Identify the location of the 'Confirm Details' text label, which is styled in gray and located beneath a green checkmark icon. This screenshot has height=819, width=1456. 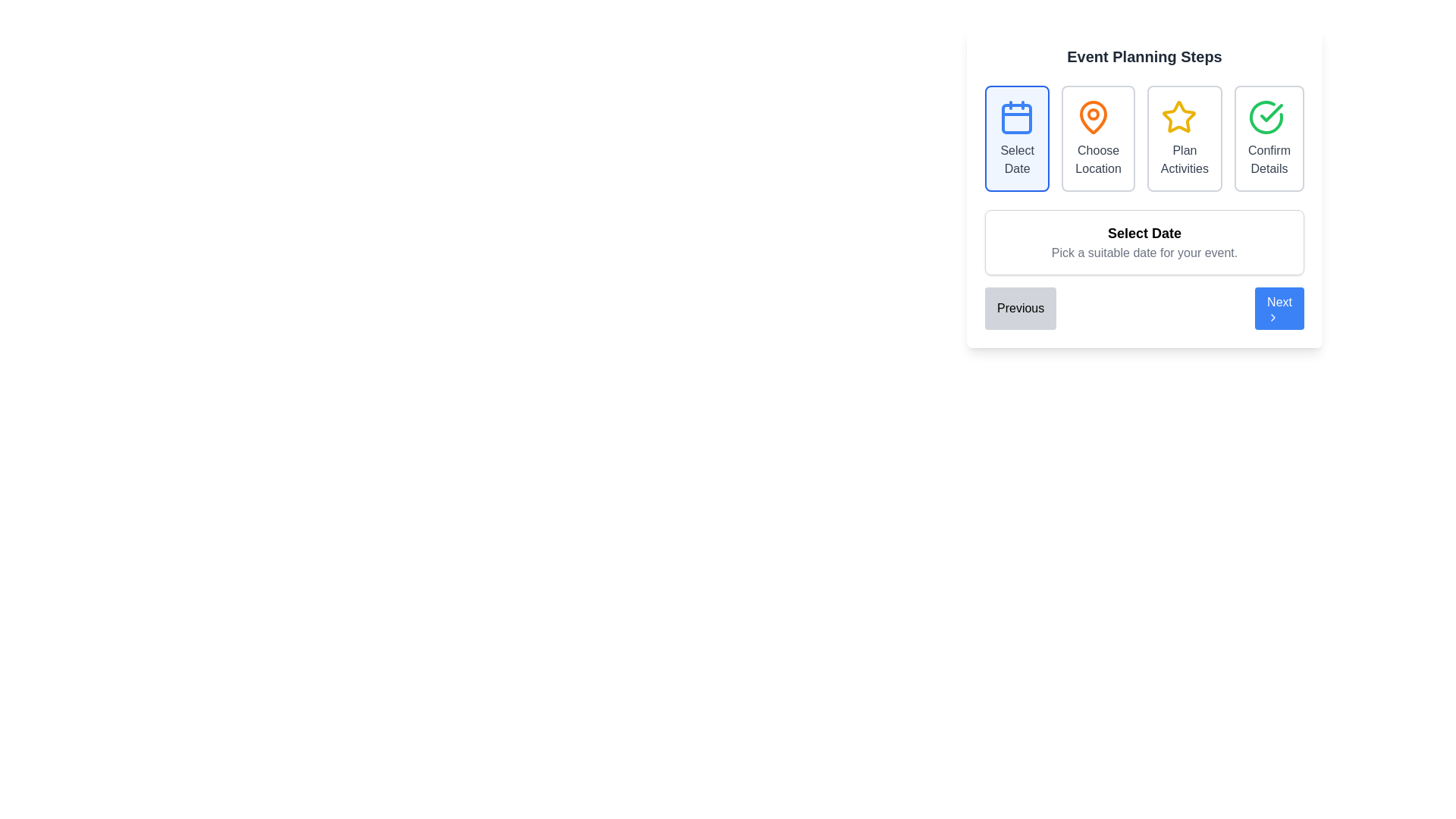
(1269, 160).